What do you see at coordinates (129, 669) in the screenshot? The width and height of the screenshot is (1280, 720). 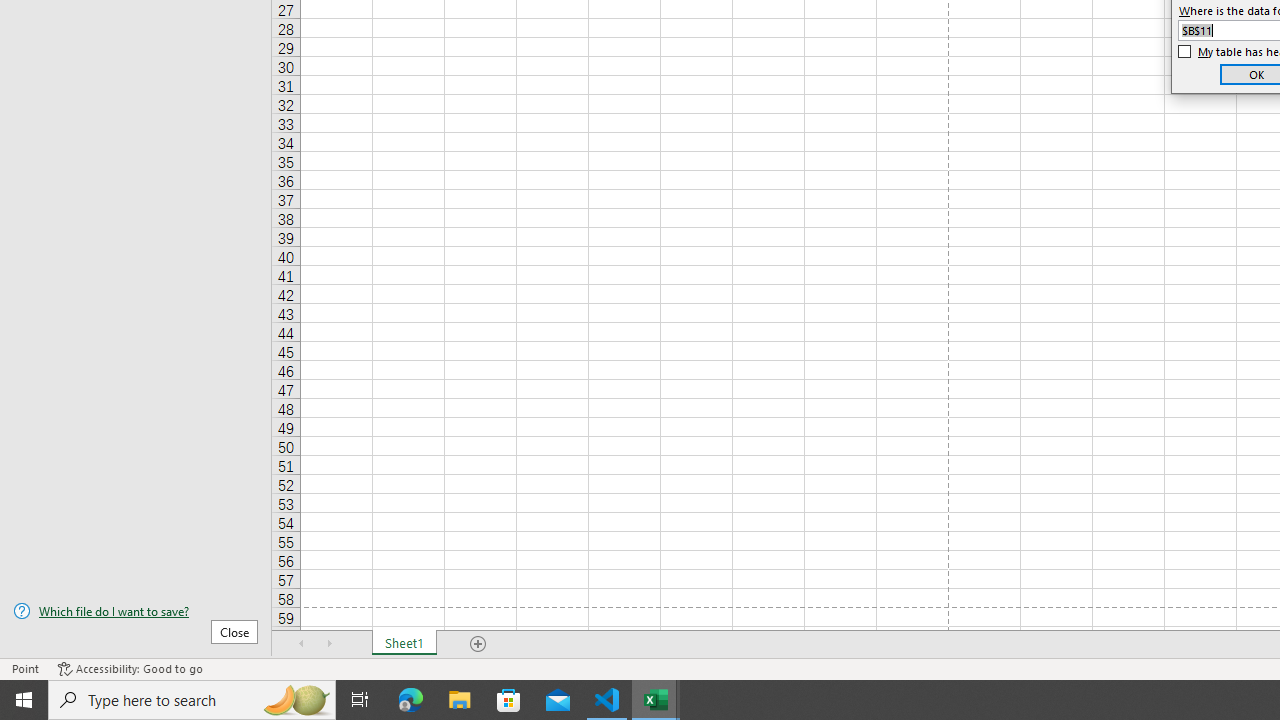 I see `'Accessibility Checker Accessibility: Good to go'` at bounding box center [129, 669].